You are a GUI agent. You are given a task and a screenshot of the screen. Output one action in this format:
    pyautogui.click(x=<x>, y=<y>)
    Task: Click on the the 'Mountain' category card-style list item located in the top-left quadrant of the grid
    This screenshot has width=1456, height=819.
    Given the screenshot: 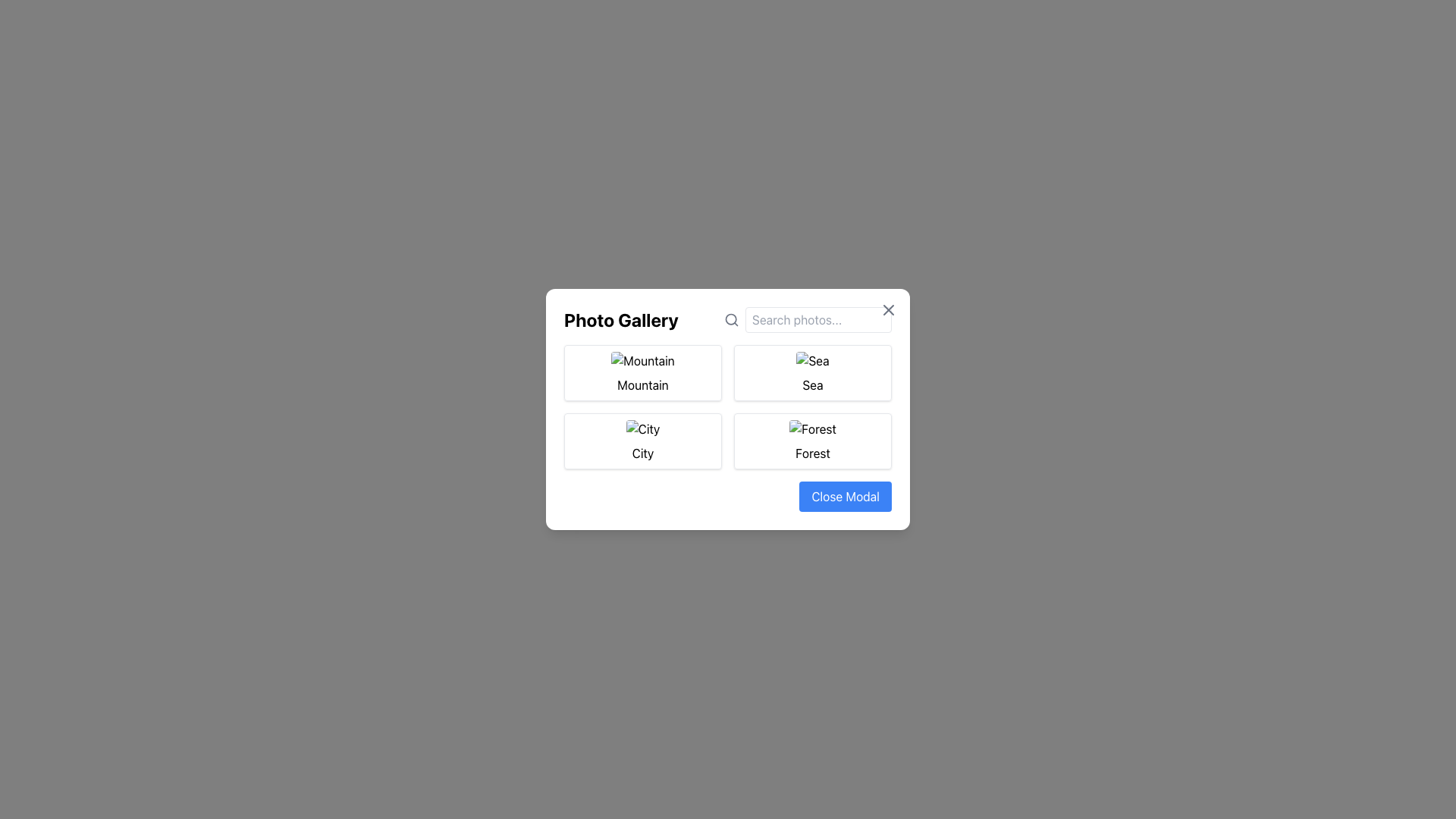 What is the action you would take?
    pyautogui.click(x=643, y=373)
    